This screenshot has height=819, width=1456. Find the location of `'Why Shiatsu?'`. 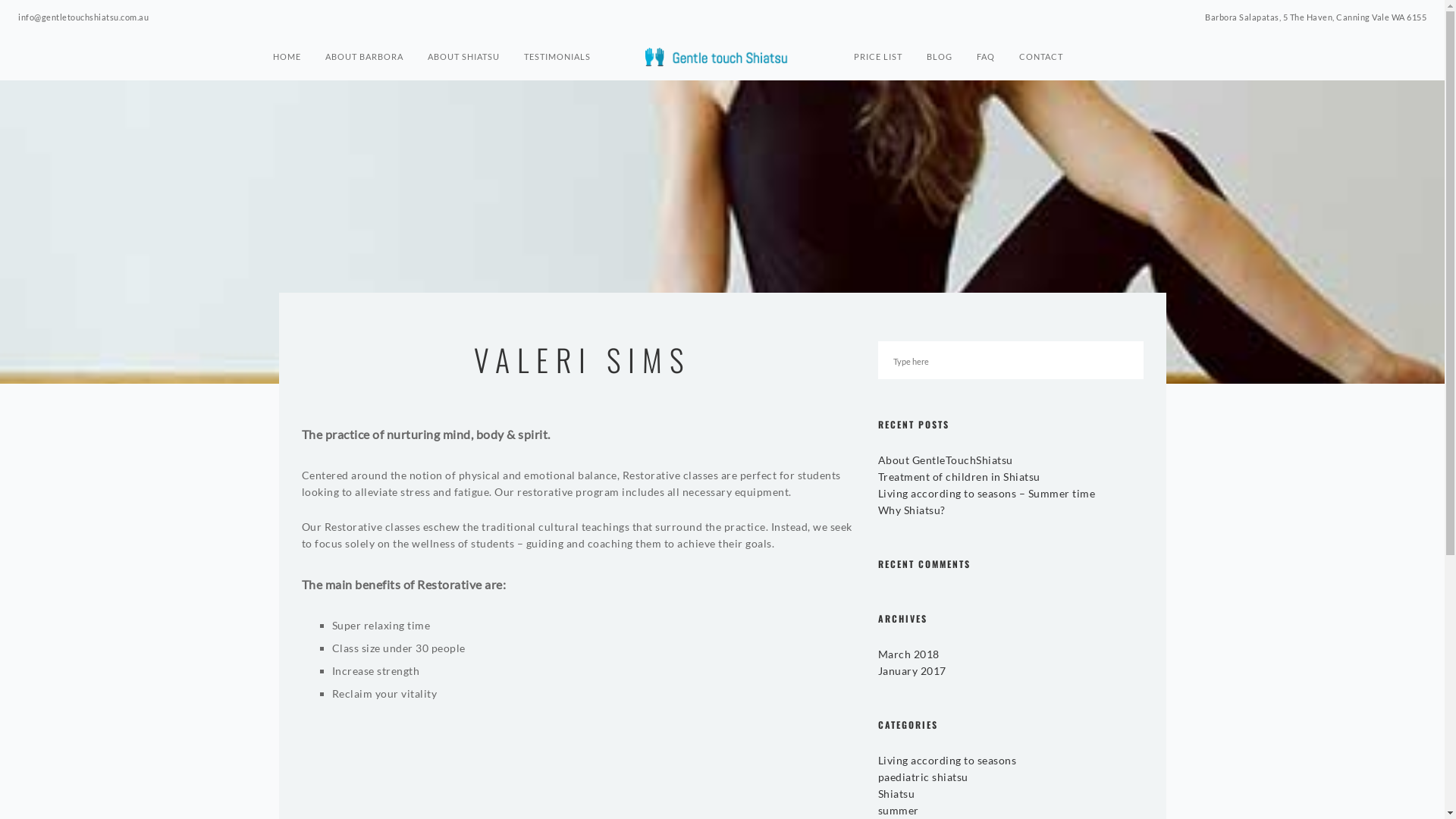

'Why Shiatsu?' is located at coordinates (877, 510).